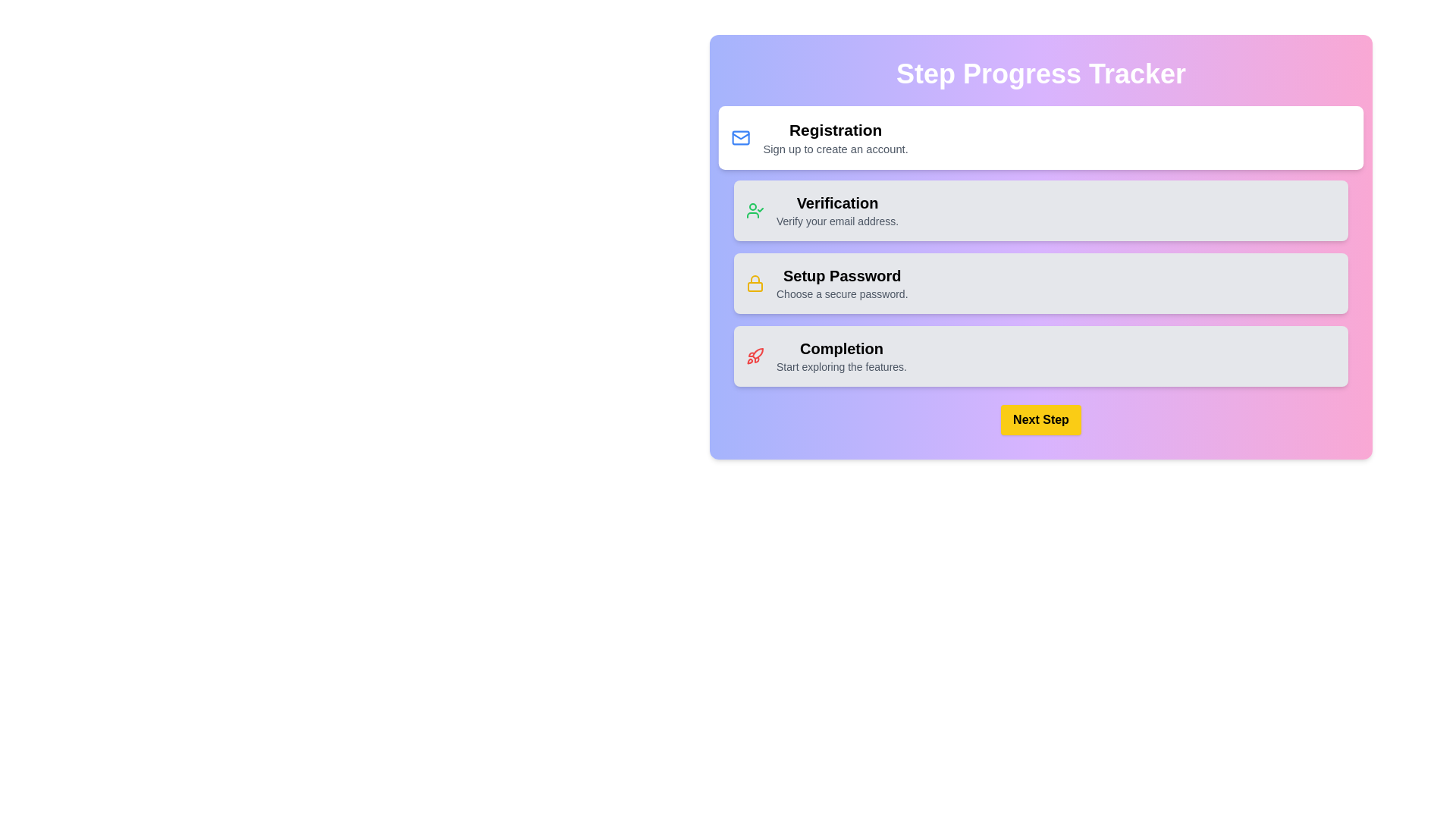  I want to click on the green user profile icon with a checkmark, which indicates verification, located to the left of the 'Verification' text in the step-progress tracker interface, so click(755, 210).